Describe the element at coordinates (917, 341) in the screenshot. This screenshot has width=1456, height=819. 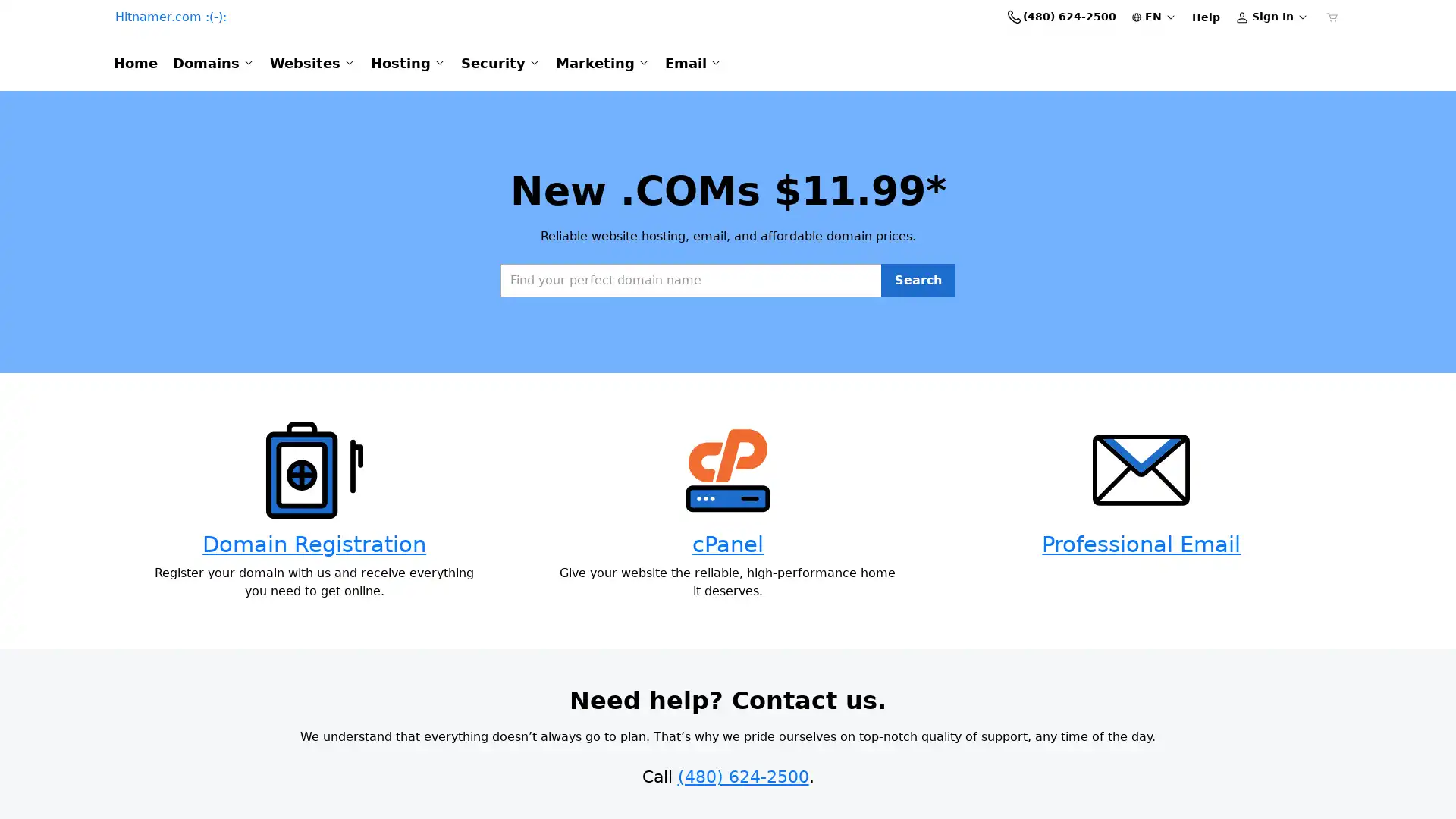
I see `Search` at that location.